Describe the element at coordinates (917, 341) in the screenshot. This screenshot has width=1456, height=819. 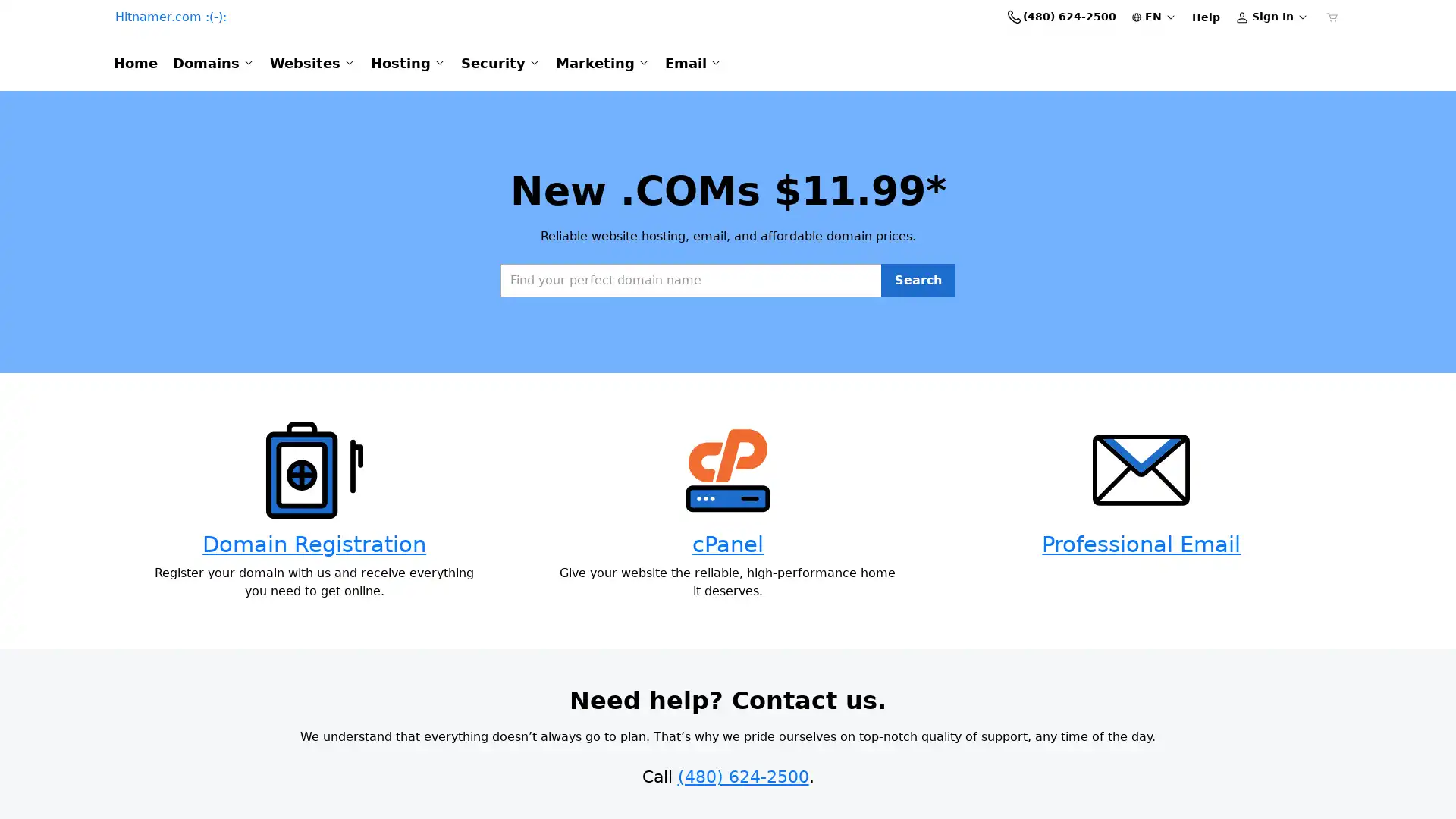
I see `Search` at that location.